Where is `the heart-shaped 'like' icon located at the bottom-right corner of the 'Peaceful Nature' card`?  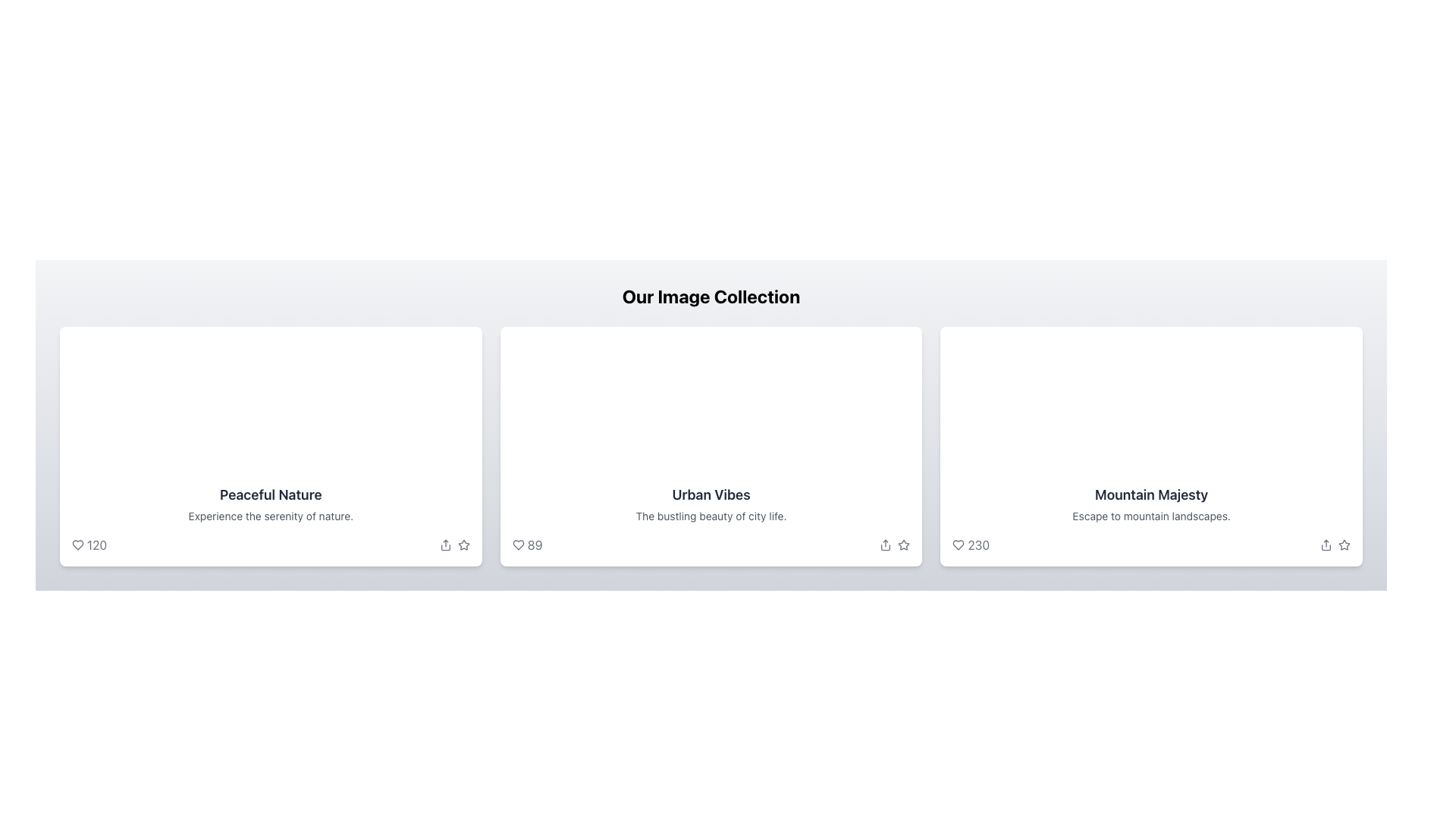
the heart-shaped 'like' icon located at the bottom-right corner of the 'Peaceful Nature' card is located at coordinates (77, 544).